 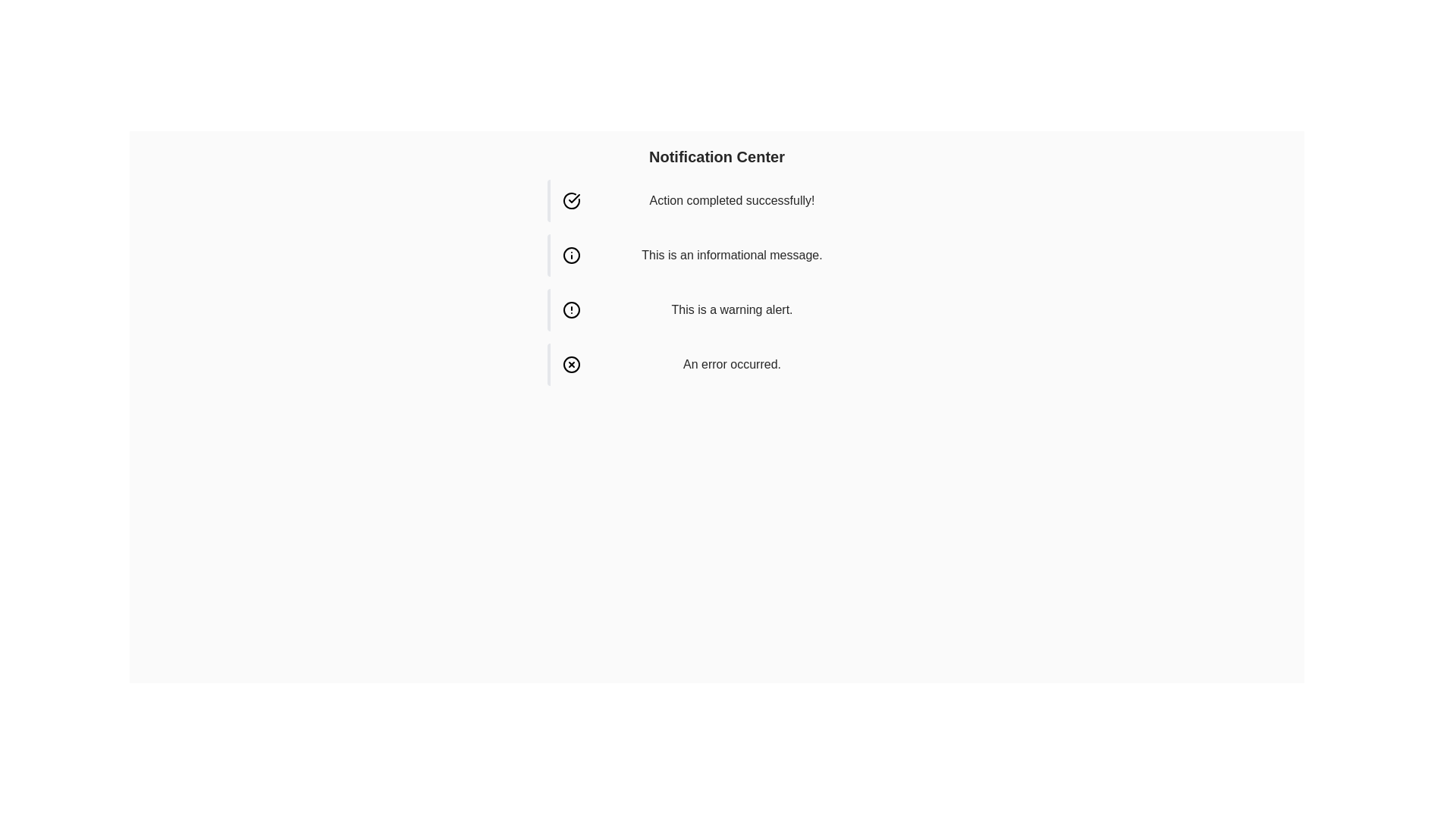 I want to click on the check-mark icon within the first notification item that signifies 'Action completed successfully!', so click(x=573, y=198).